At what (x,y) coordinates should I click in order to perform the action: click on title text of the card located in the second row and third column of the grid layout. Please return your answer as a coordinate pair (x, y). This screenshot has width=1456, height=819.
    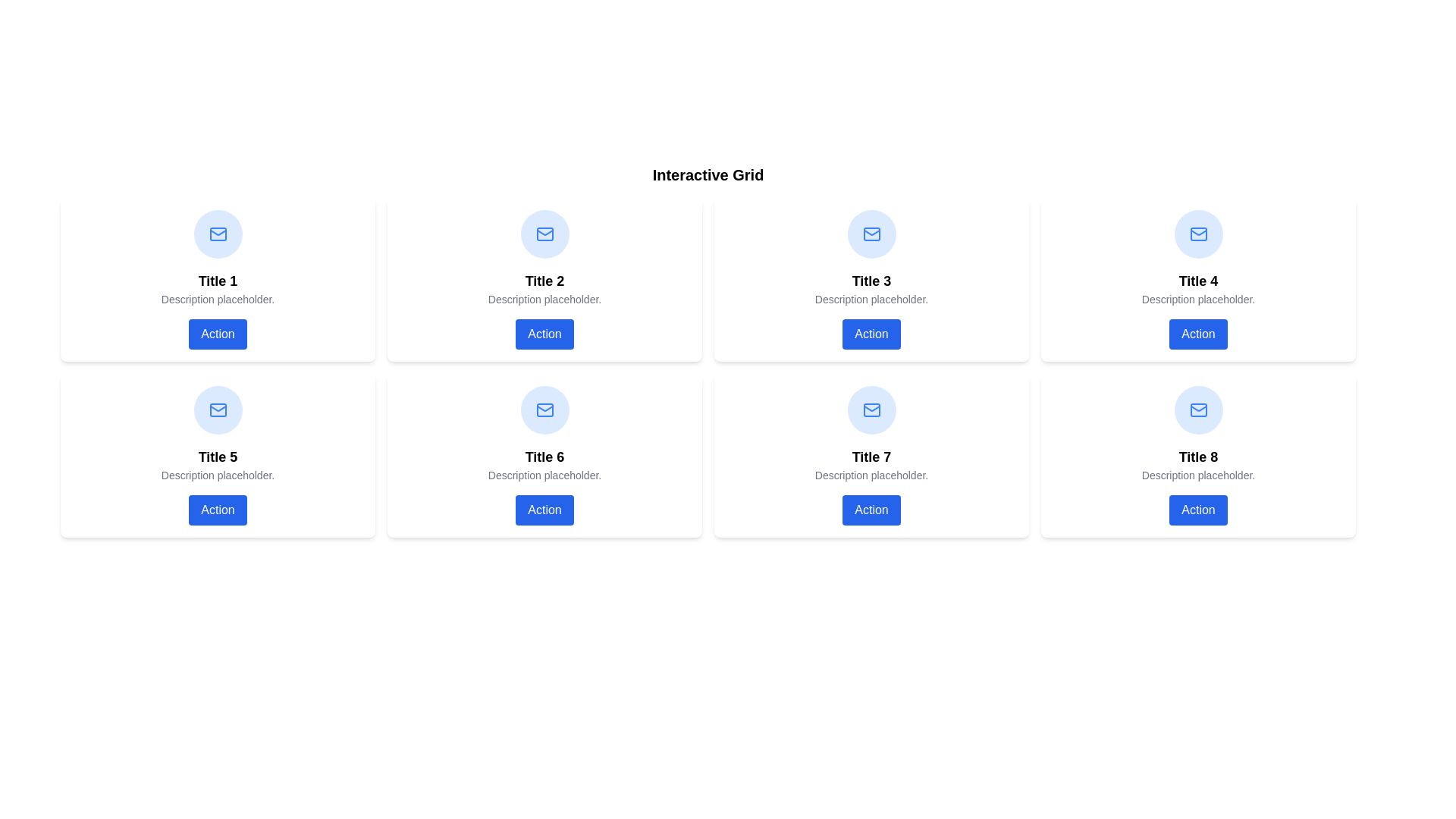
    Looking at the image, I should click on (871, 456).